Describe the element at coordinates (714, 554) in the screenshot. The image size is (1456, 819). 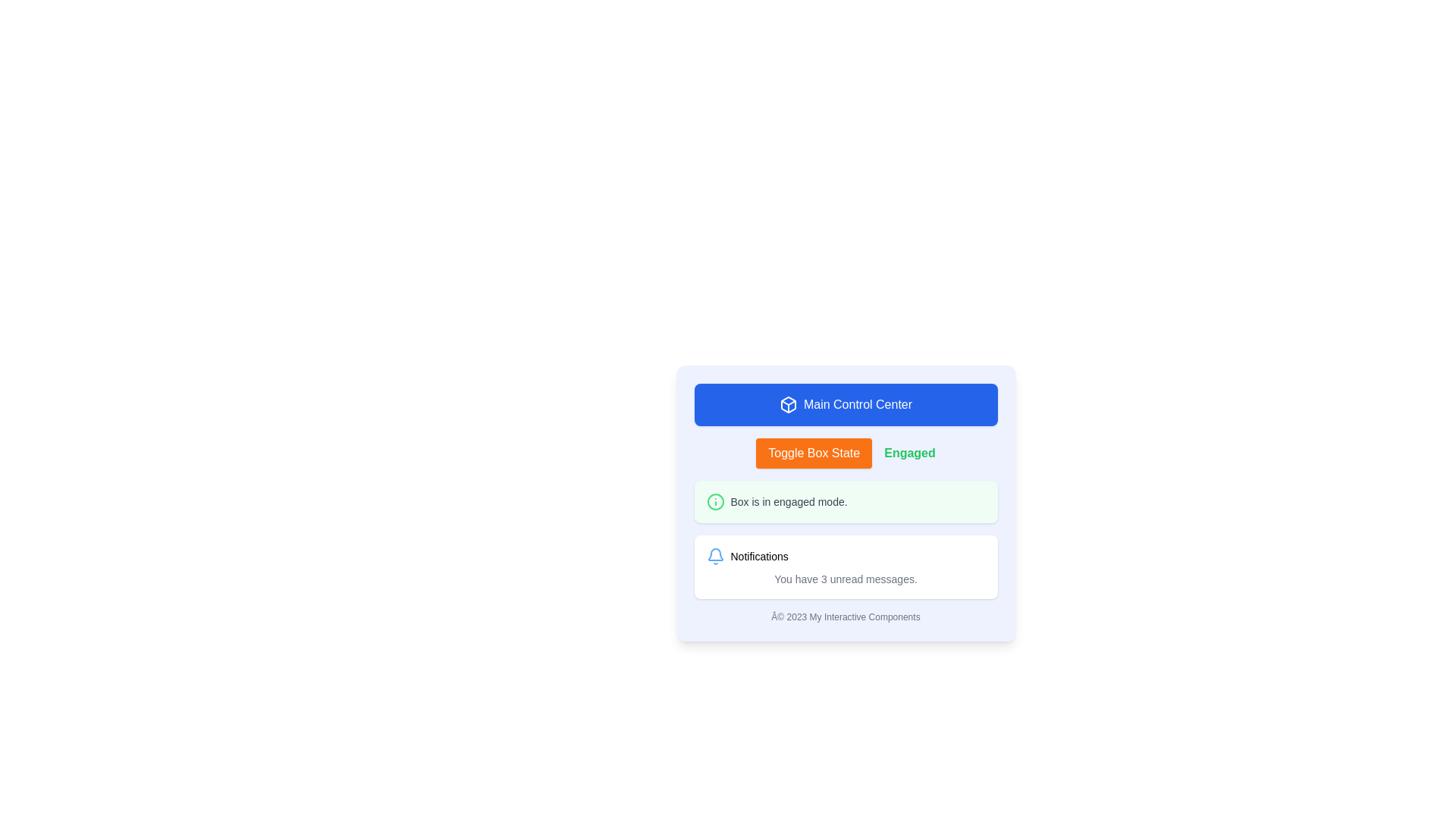
I see `the decorative blue bell icon in the notification section, which is part of the notification bar located beneath the 'Main Control Center' title` at that location.